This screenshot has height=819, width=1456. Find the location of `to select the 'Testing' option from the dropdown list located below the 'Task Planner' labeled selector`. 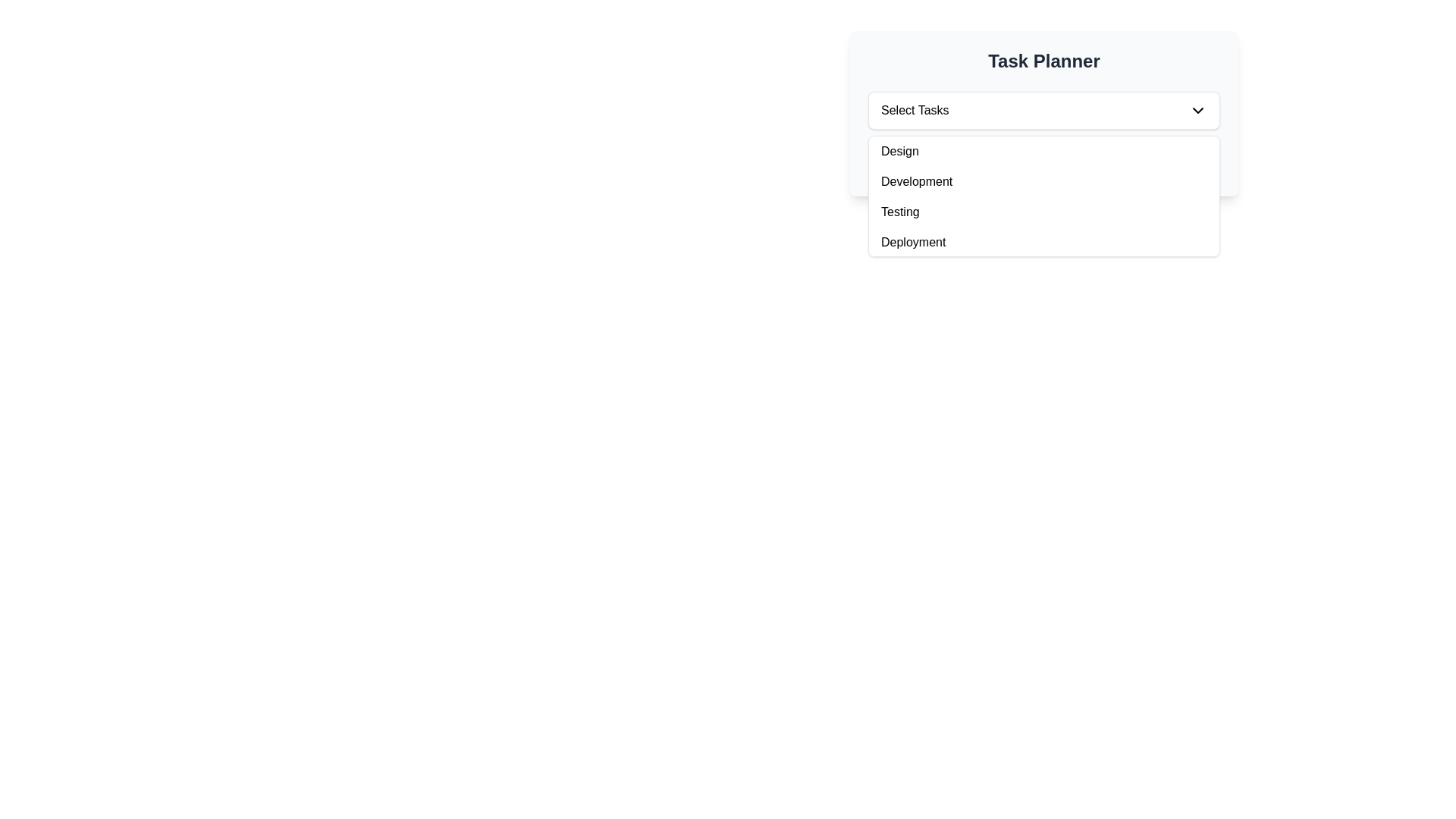

to select the 'Testing' option from the dropdown list located below the 'Task Planner' labeled selector is located at coordinates (1043, 195).